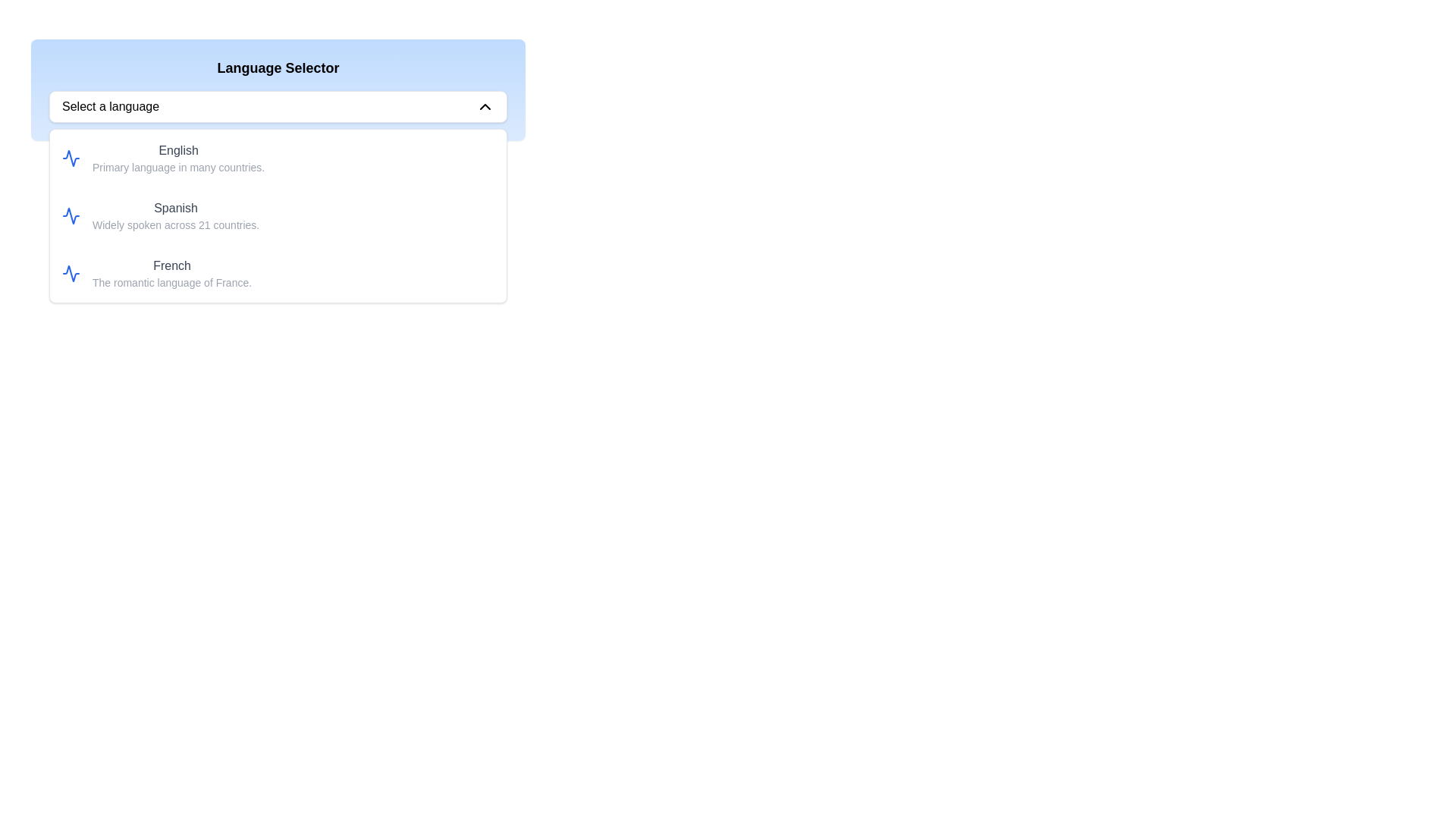 This screenshot has width=1456, height=819. Describe the element at coordinates (71, 274) in the screenshot. I see `the blue waveform icon adjacent to the text content describing the French language` at that location.